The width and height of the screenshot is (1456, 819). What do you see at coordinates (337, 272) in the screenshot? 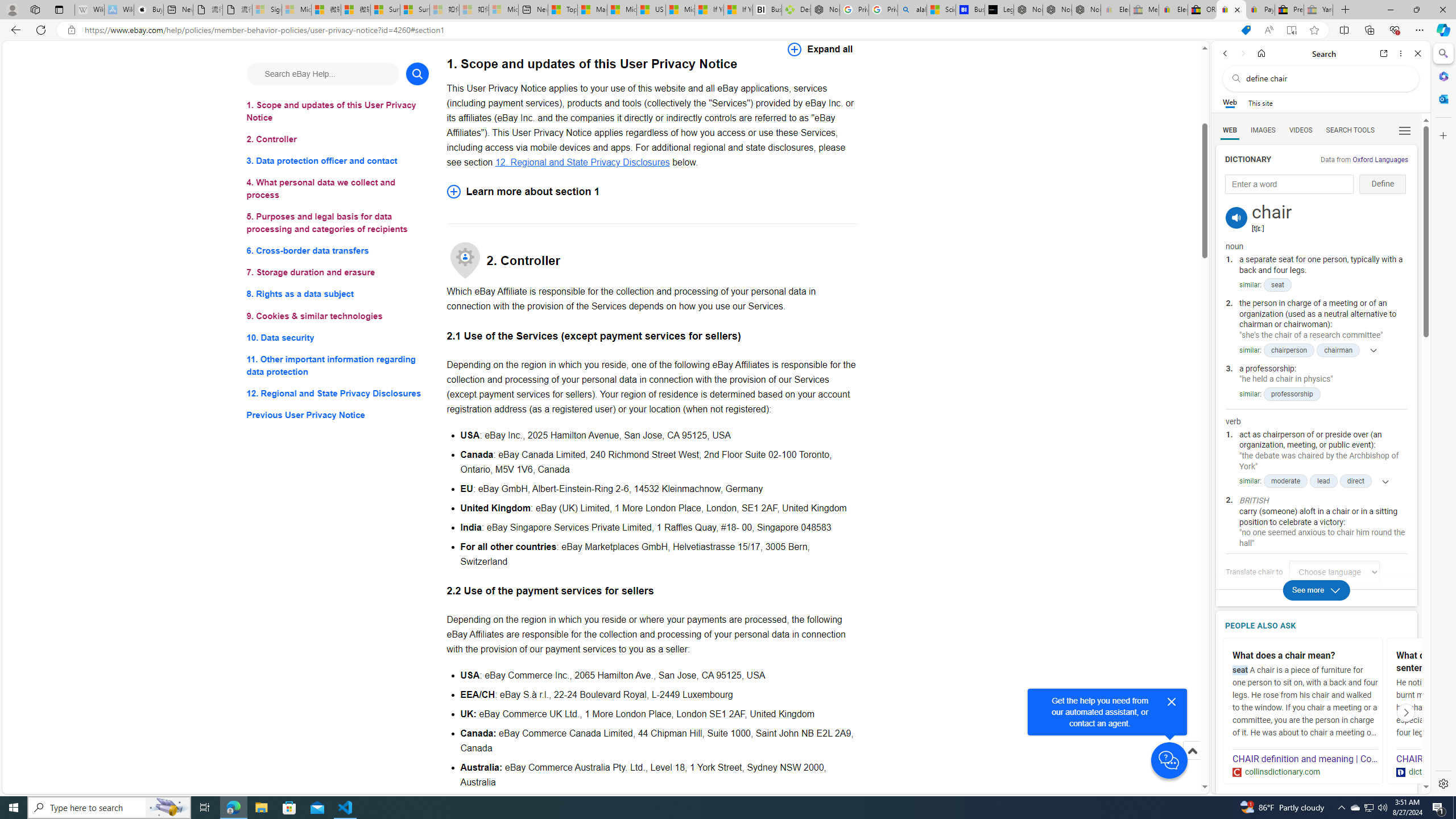
I see `'7. Storage duration and erasure'` at bounding box center [337, 272].